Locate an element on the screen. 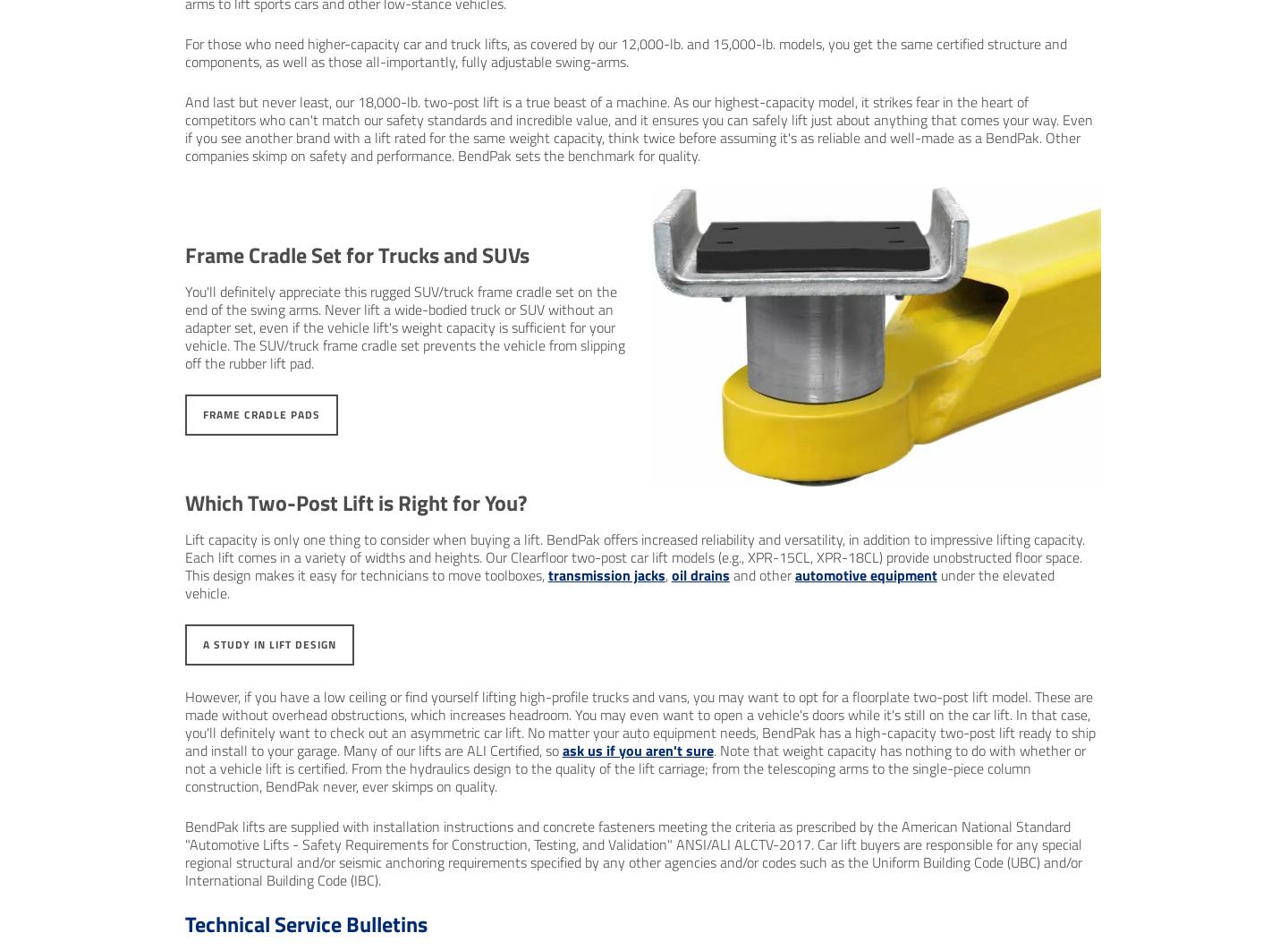 The image size is (1288, 950). '. Note that weight capacity has nothing to do with whether or not a vehicle lift is certified. From the hydraulics design to the quality of the lift carriage; from the telescoping arms to the single-piece column construction, BendPak never, ever skimps on quality.' is located at coordinates (634, 768).